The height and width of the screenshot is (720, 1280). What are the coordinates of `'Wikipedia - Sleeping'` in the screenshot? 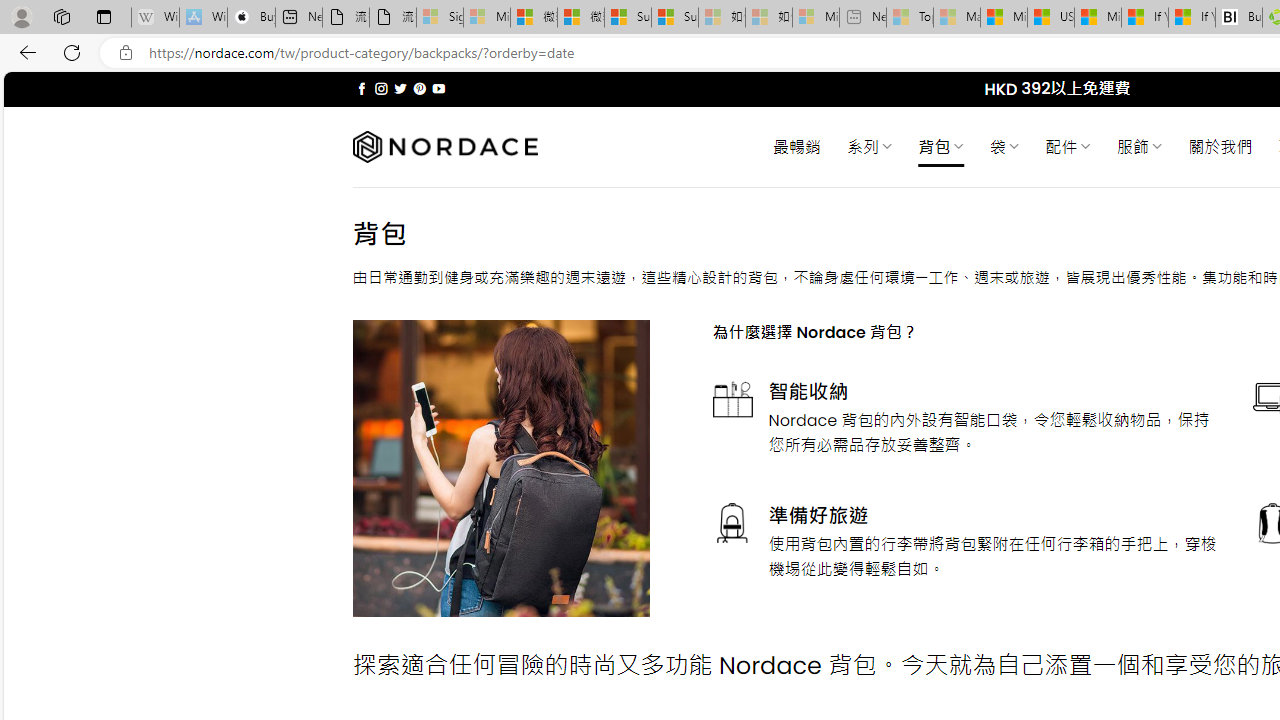 It's located at (154, 17).